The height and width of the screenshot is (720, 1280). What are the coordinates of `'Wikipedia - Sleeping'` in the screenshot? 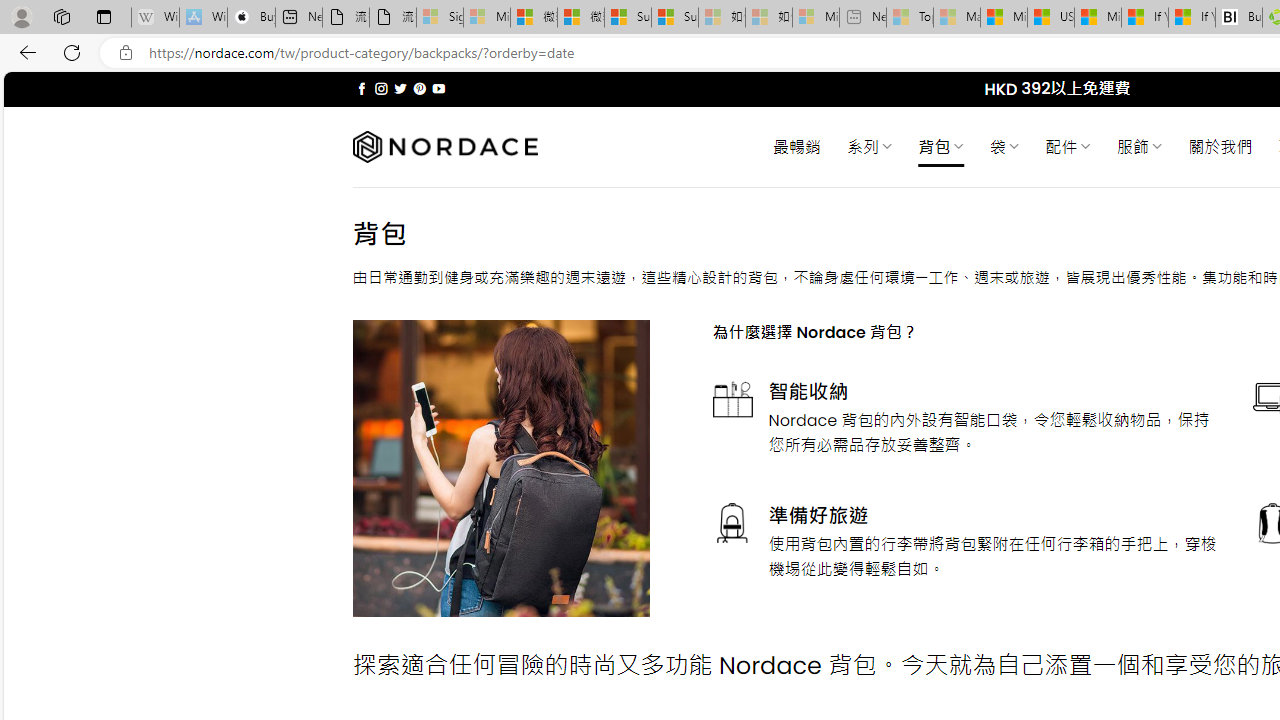 It's located at (154, 17).